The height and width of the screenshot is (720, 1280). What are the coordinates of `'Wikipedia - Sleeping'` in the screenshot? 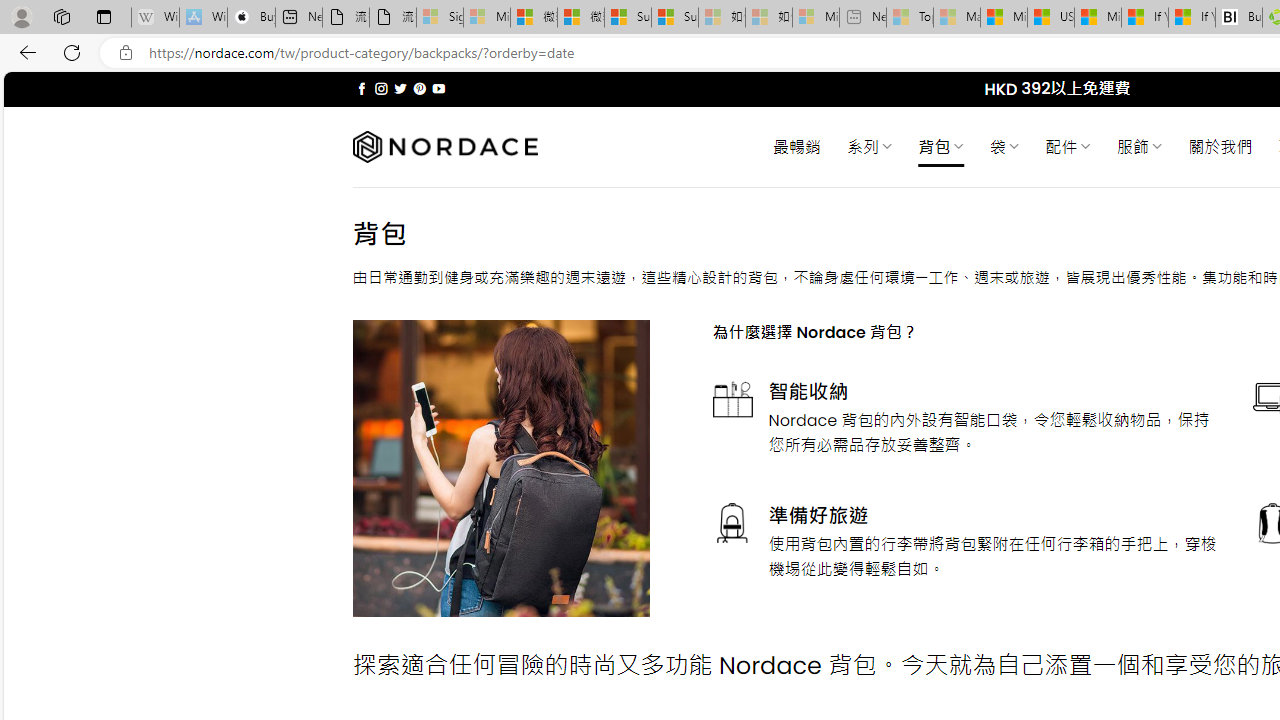 It's located at (154, 17).